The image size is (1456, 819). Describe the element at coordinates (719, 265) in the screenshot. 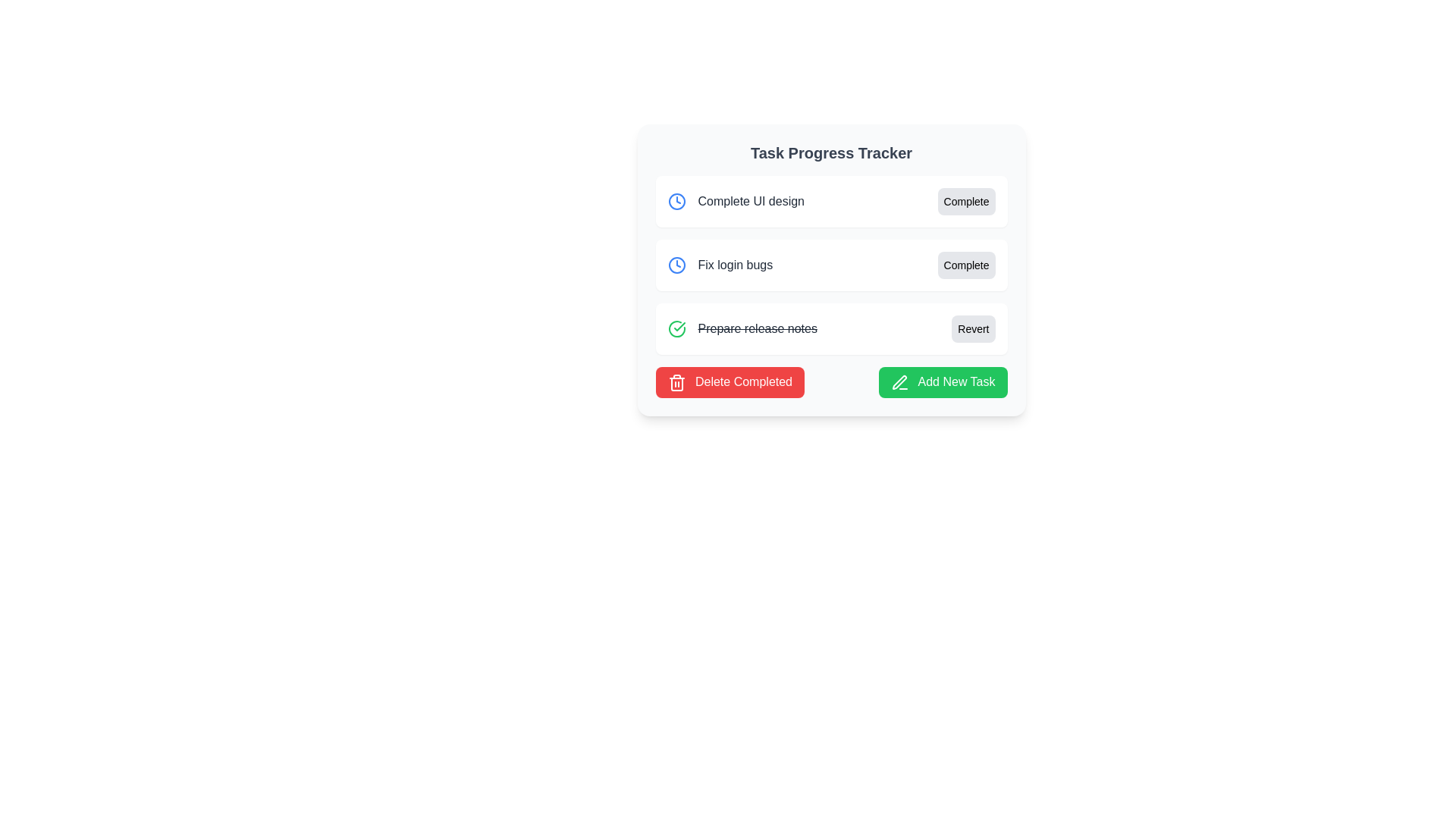

I see `the second task description label in the 'Task Progress Tracker' card, which is positioned between 'Complete UI design' and 'Prepare release notes'` at that location.